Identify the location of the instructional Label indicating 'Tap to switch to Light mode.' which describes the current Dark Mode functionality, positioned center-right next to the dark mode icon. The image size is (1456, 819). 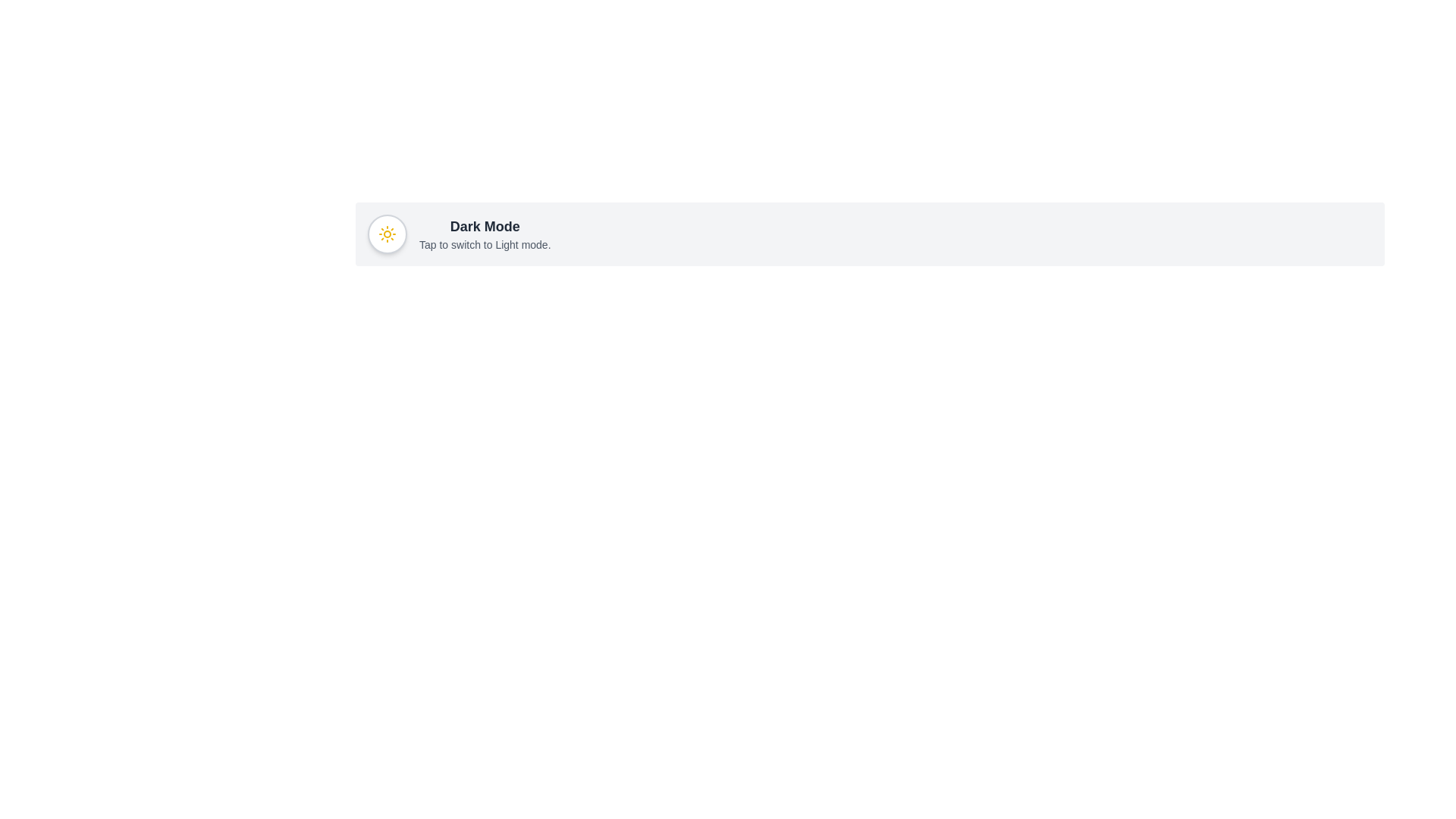
(484, 234).